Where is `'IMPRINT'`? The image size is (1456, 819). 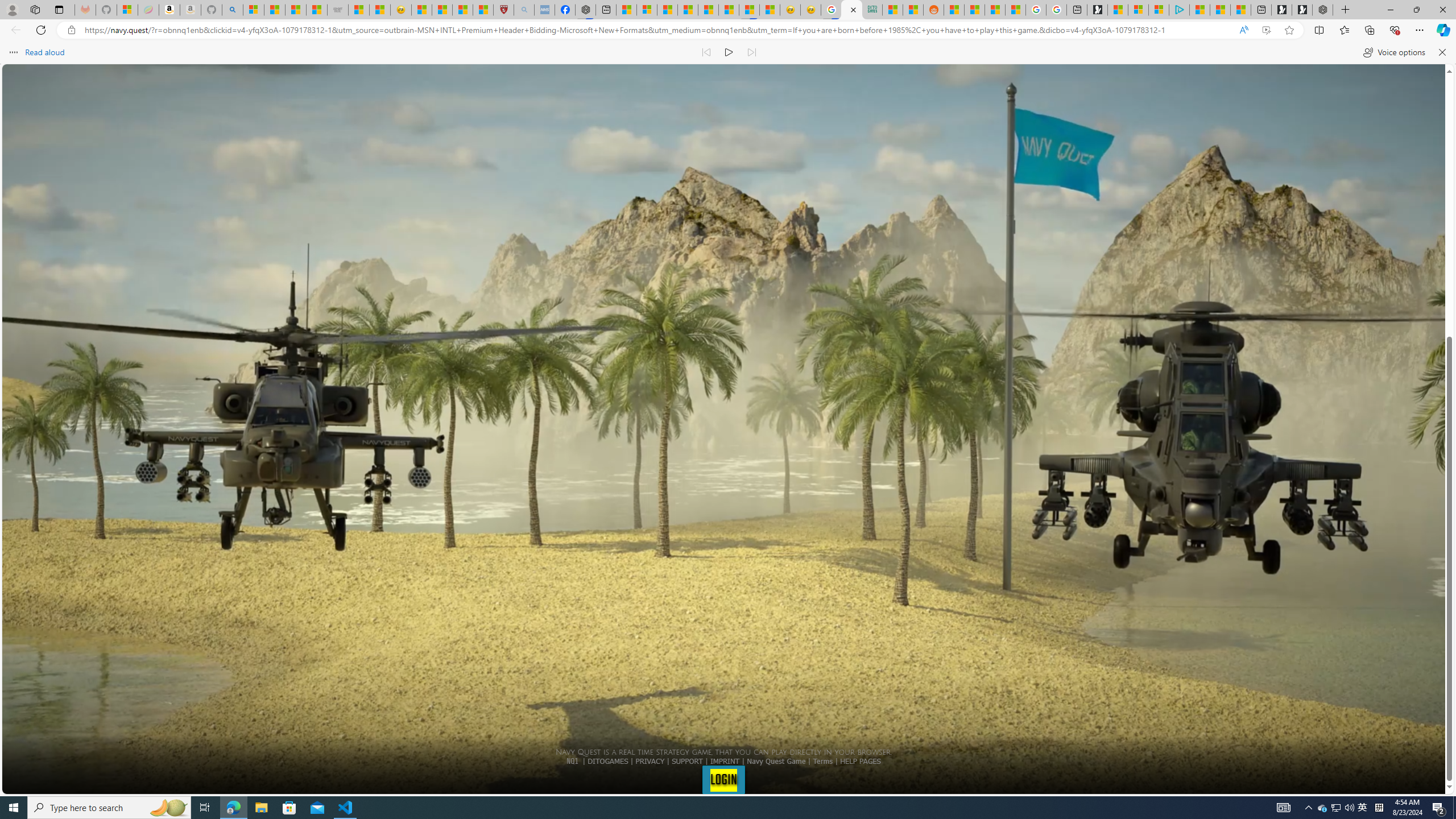 'IMPRINT' is located at coordinates (724, 760).